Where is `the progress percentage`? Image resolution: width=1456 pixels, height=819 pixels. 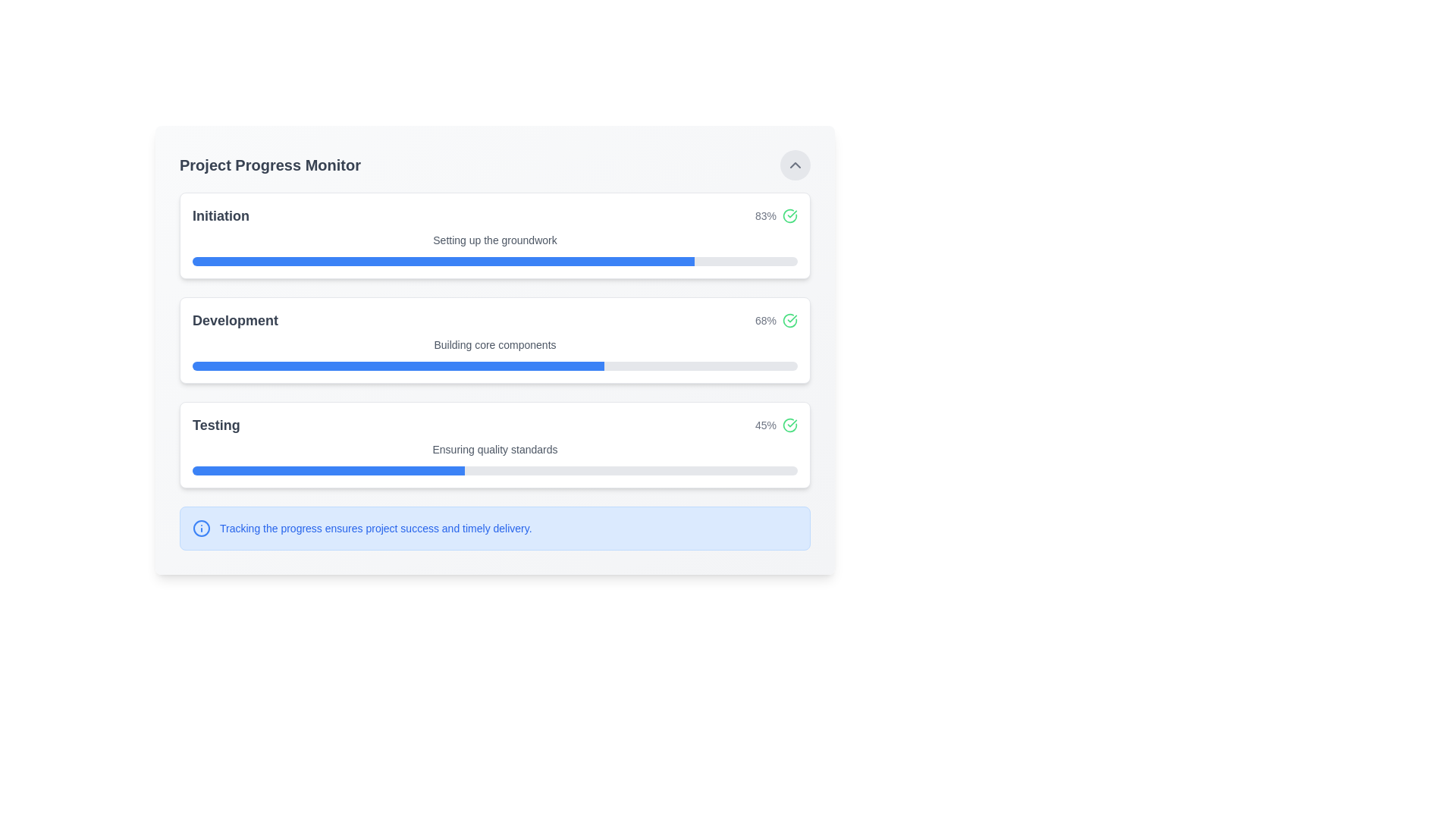 the progress percentage is located at coordinates (472, 366).